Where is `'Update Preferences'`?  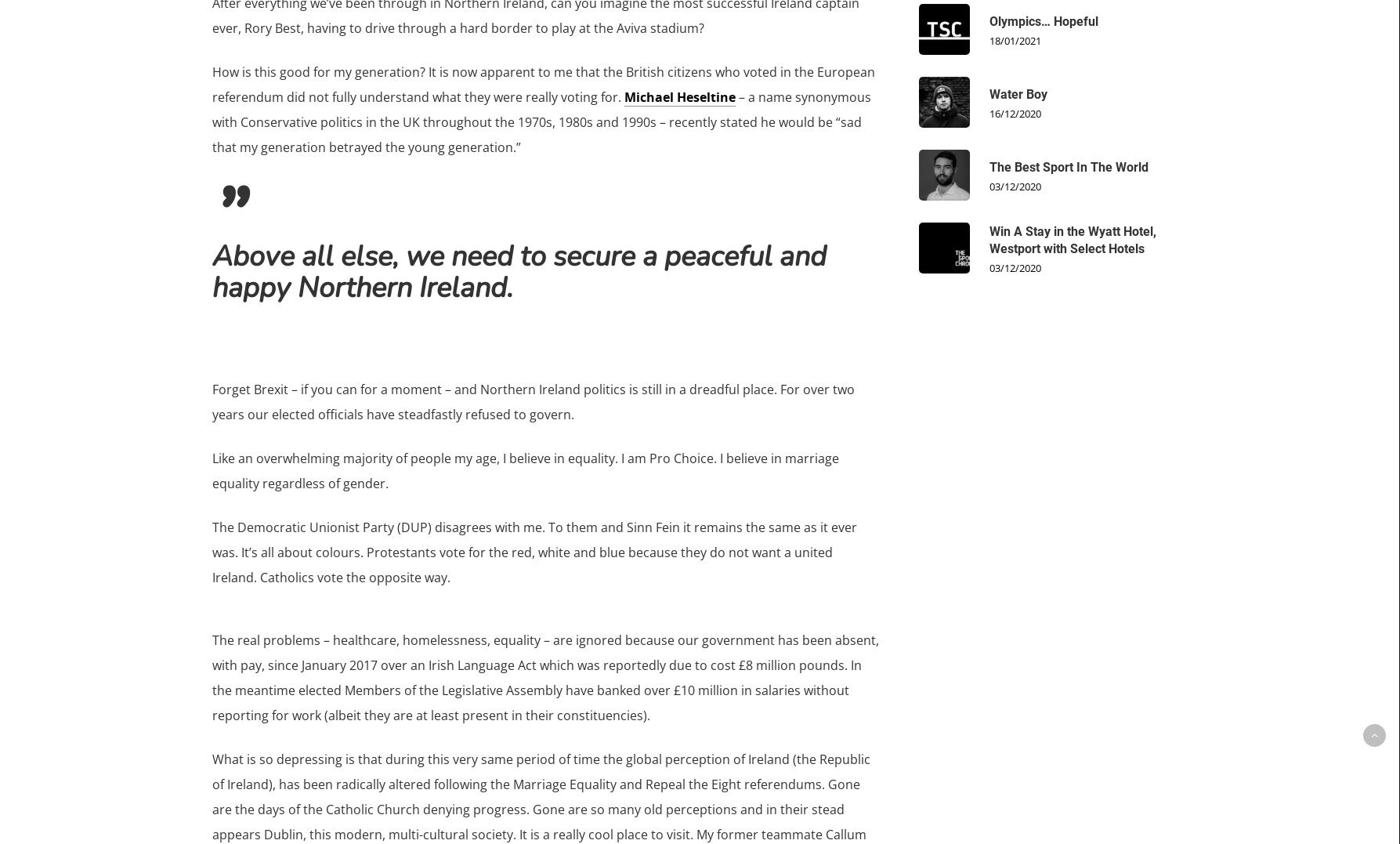
'Update Preferences' is located at coordinates (599, 573).